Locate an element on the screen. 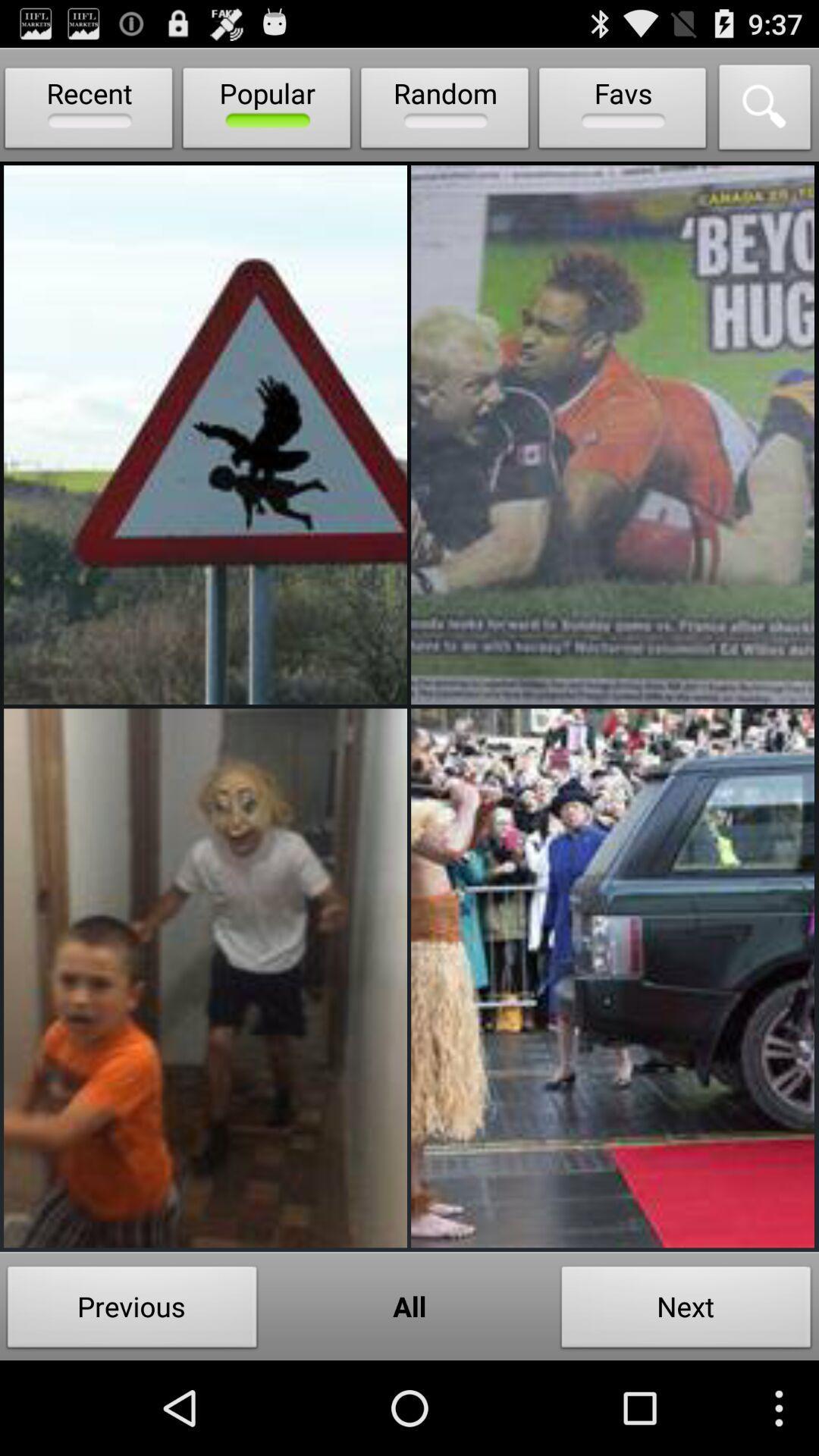 This screenshot has height=1456, width=819. the item to the right of the random icon is located at coordinates (623, 111).